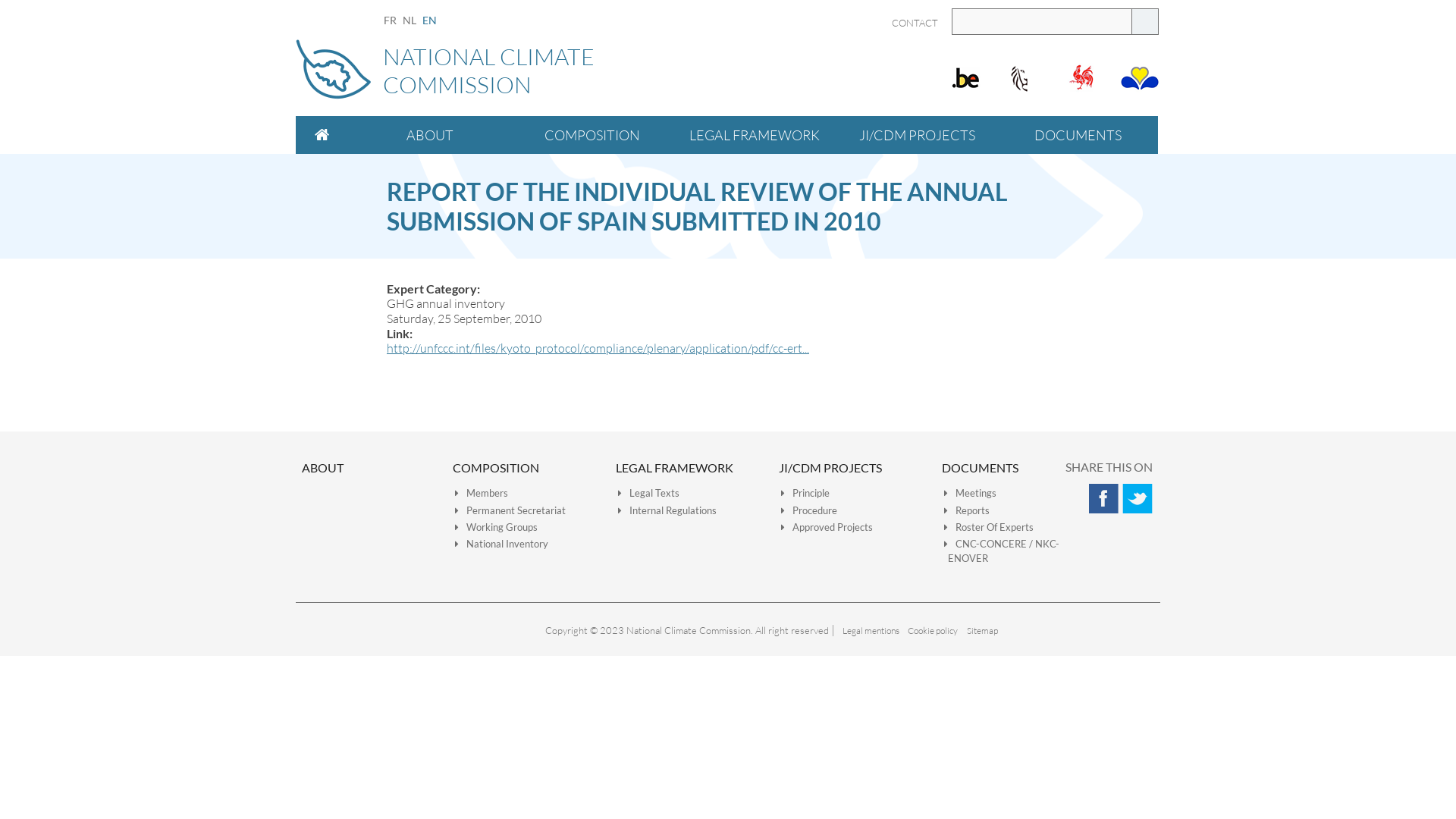 The image size is (1456, 819). I want to click on 'DOCUMENTS', so click(997, 133).